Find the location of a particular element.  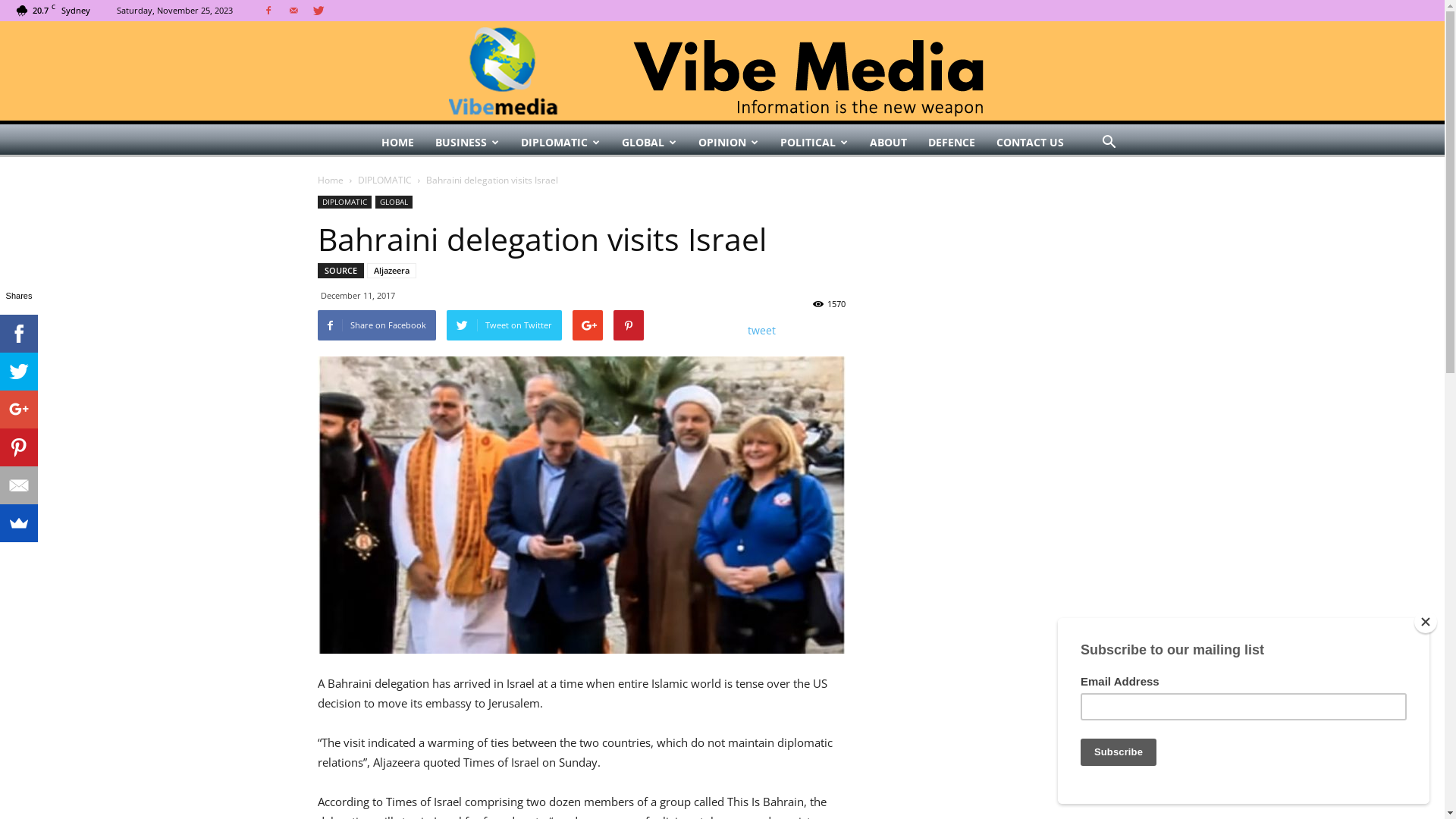

'DEFENCE' is located at coordinates (950, 143).